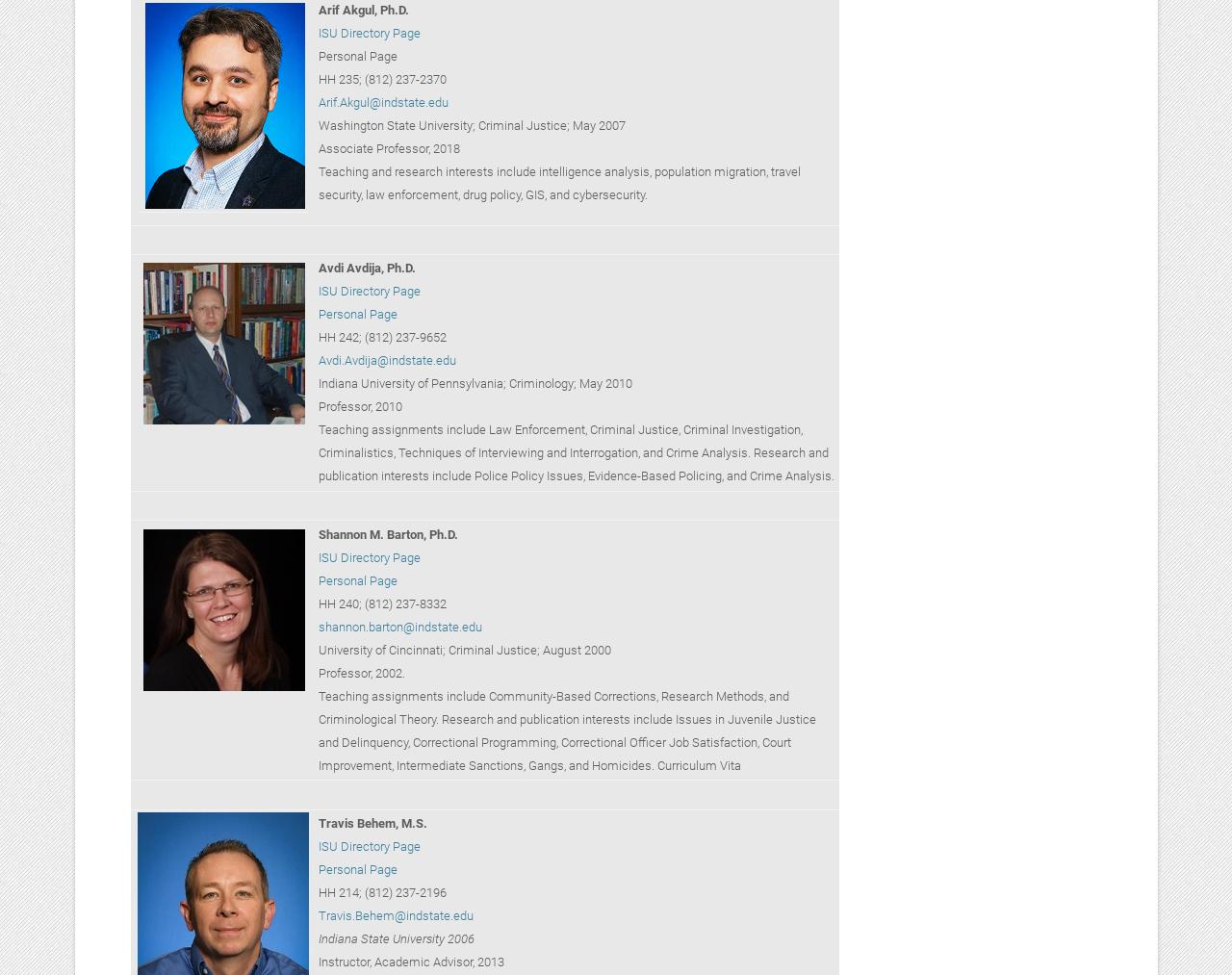  What do you see at coordinates (381, 78) in the screenshot?
I see `'HH 235; (812) 237-2370'` at bounding box center [381, 78].